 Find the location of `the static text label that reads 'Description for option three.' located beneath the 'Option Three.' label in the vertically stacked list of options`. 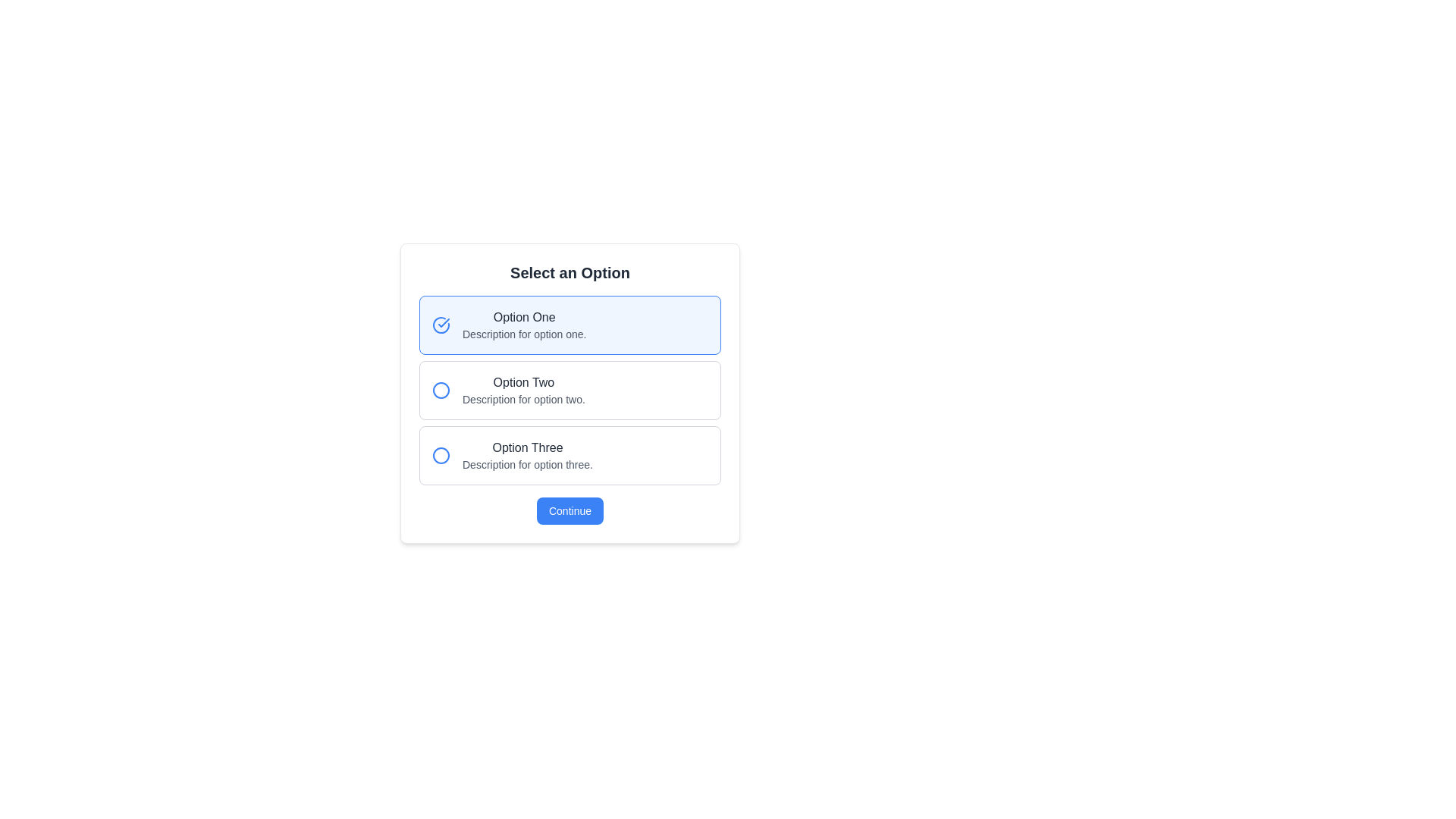

the static text label that reads 'Description for option three.' located beneath the 'Option Three.' label in the vertically stacked list of options is located at coordinates (528, 464).